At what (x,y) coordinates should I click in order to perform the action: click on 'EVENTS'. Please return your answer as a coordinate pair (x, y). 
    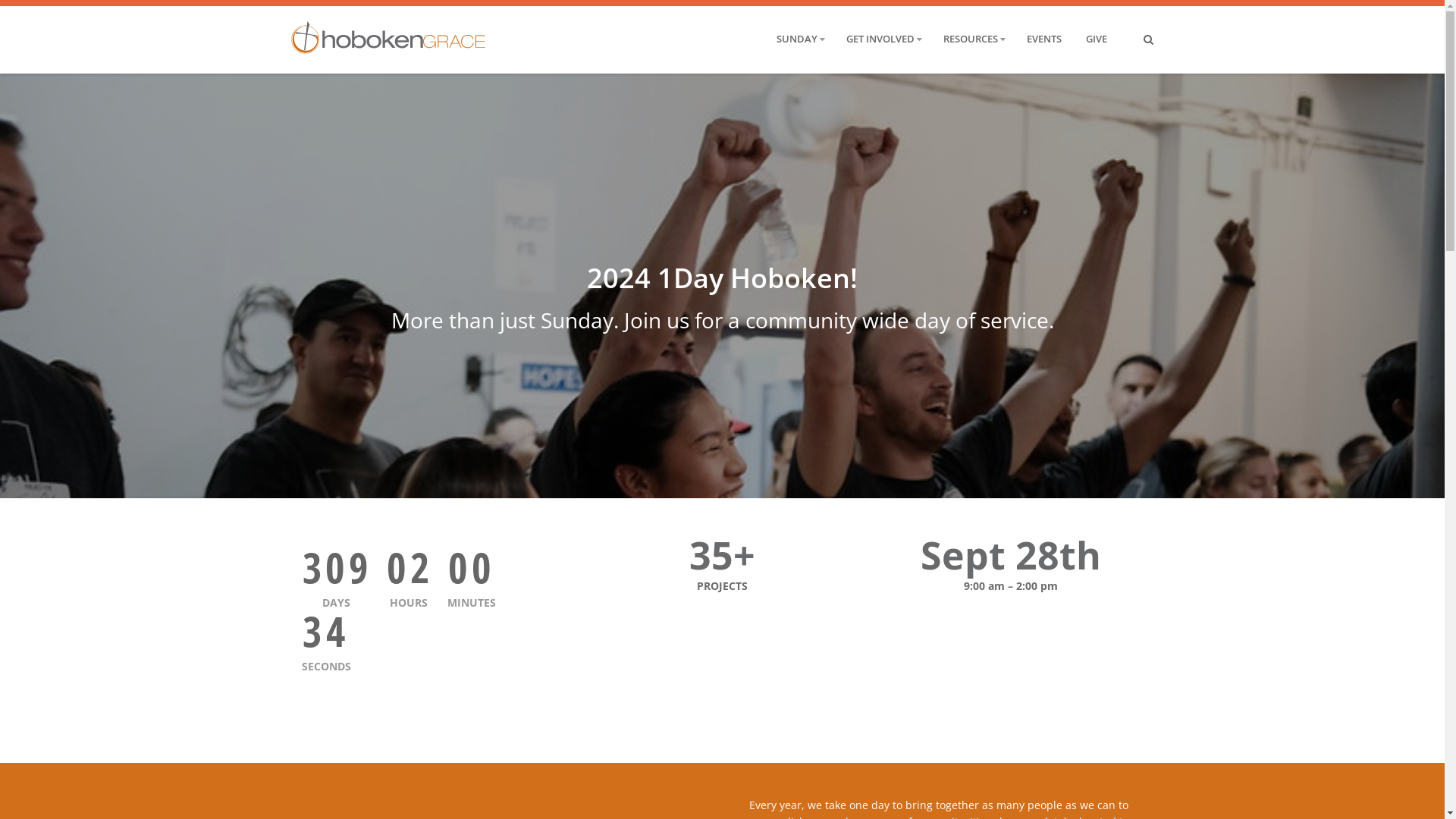
    Looking at the image, I should click on (1026, 39).